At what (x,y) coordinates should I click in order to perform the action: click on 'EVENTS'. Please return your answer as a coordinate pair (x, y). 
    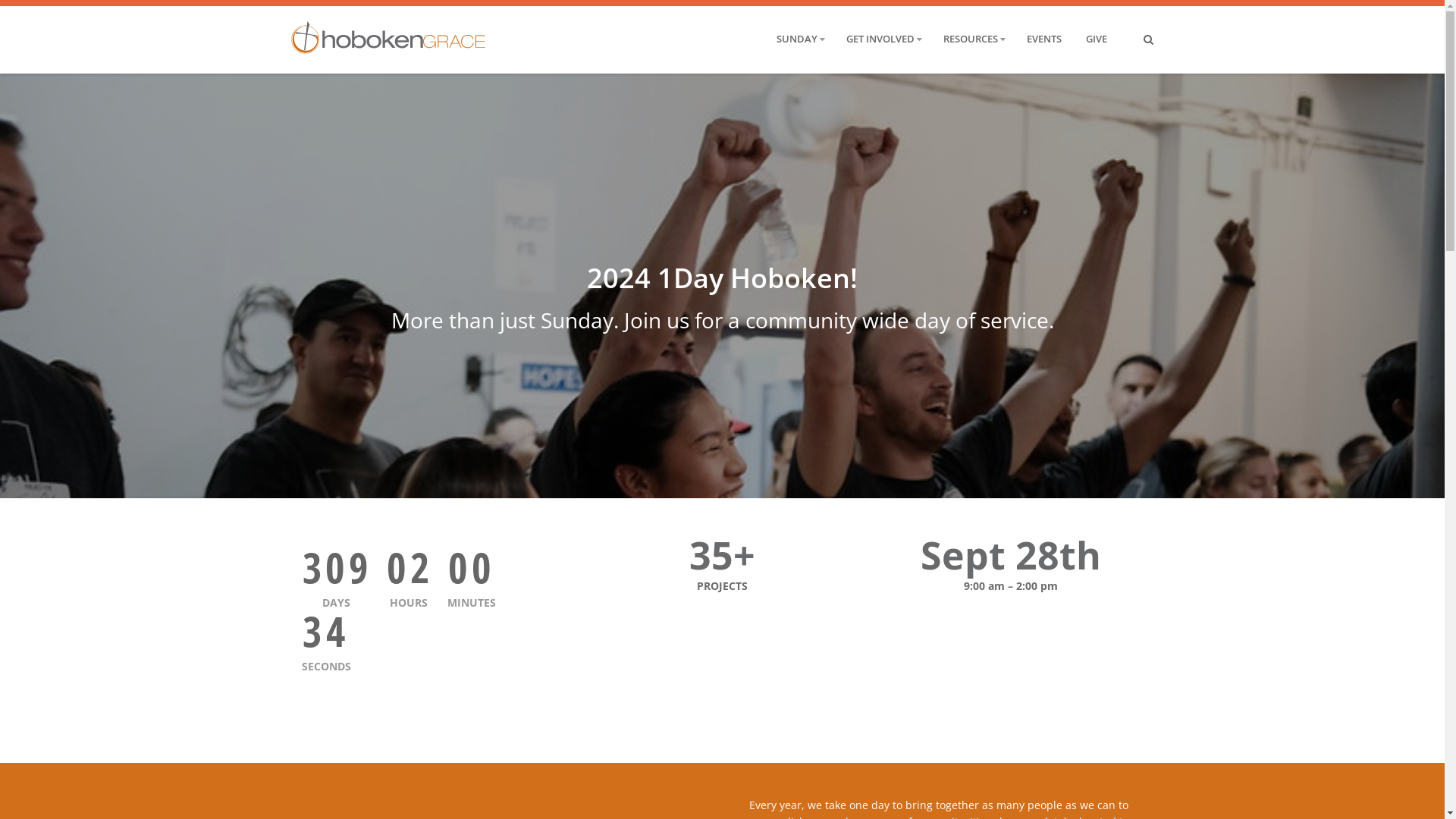
    Looking at the image, I should click on (1026, 39).